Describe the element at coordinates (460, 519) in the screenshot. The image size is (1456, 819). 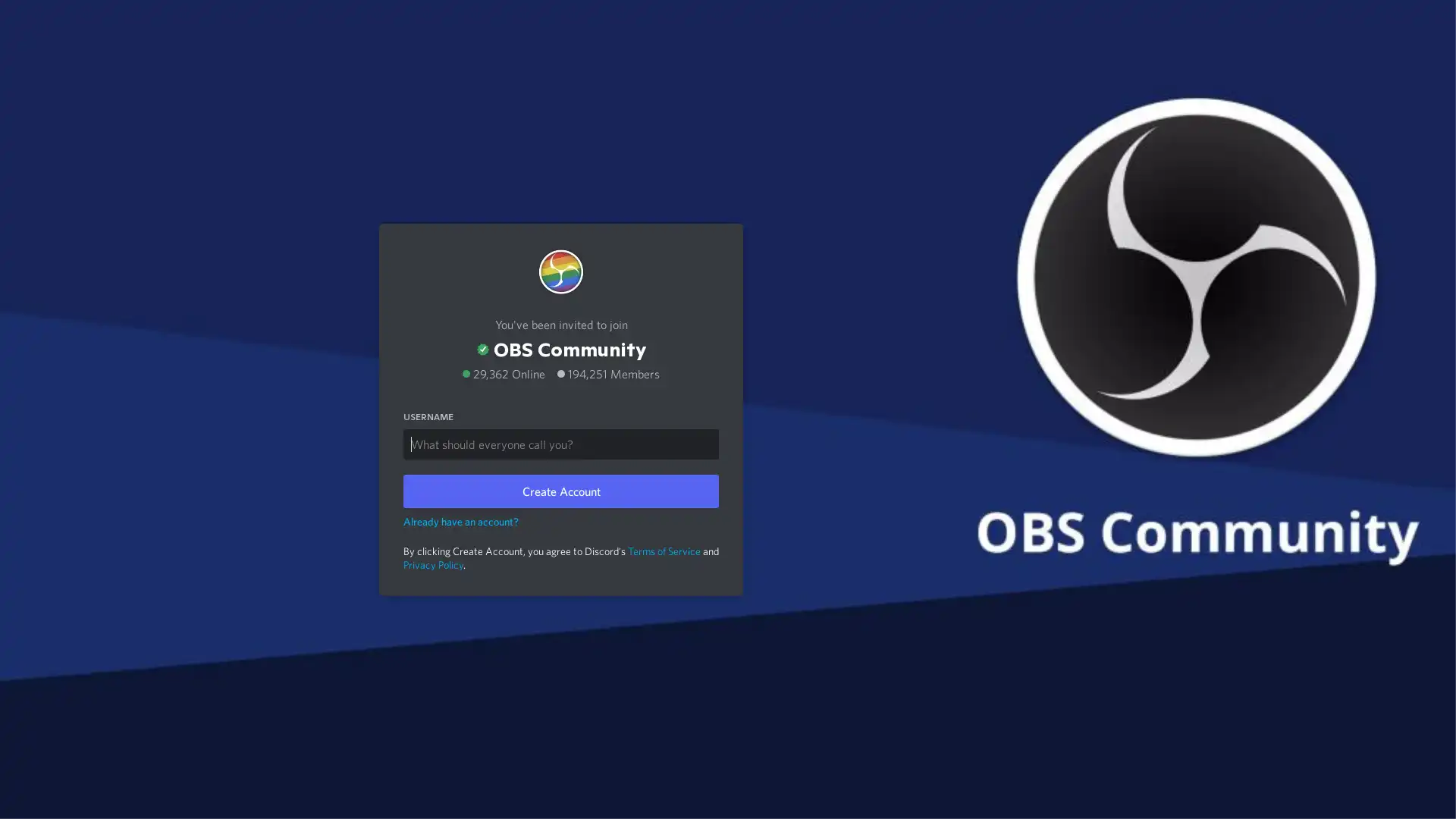
I see `Already have an account?` at that location.